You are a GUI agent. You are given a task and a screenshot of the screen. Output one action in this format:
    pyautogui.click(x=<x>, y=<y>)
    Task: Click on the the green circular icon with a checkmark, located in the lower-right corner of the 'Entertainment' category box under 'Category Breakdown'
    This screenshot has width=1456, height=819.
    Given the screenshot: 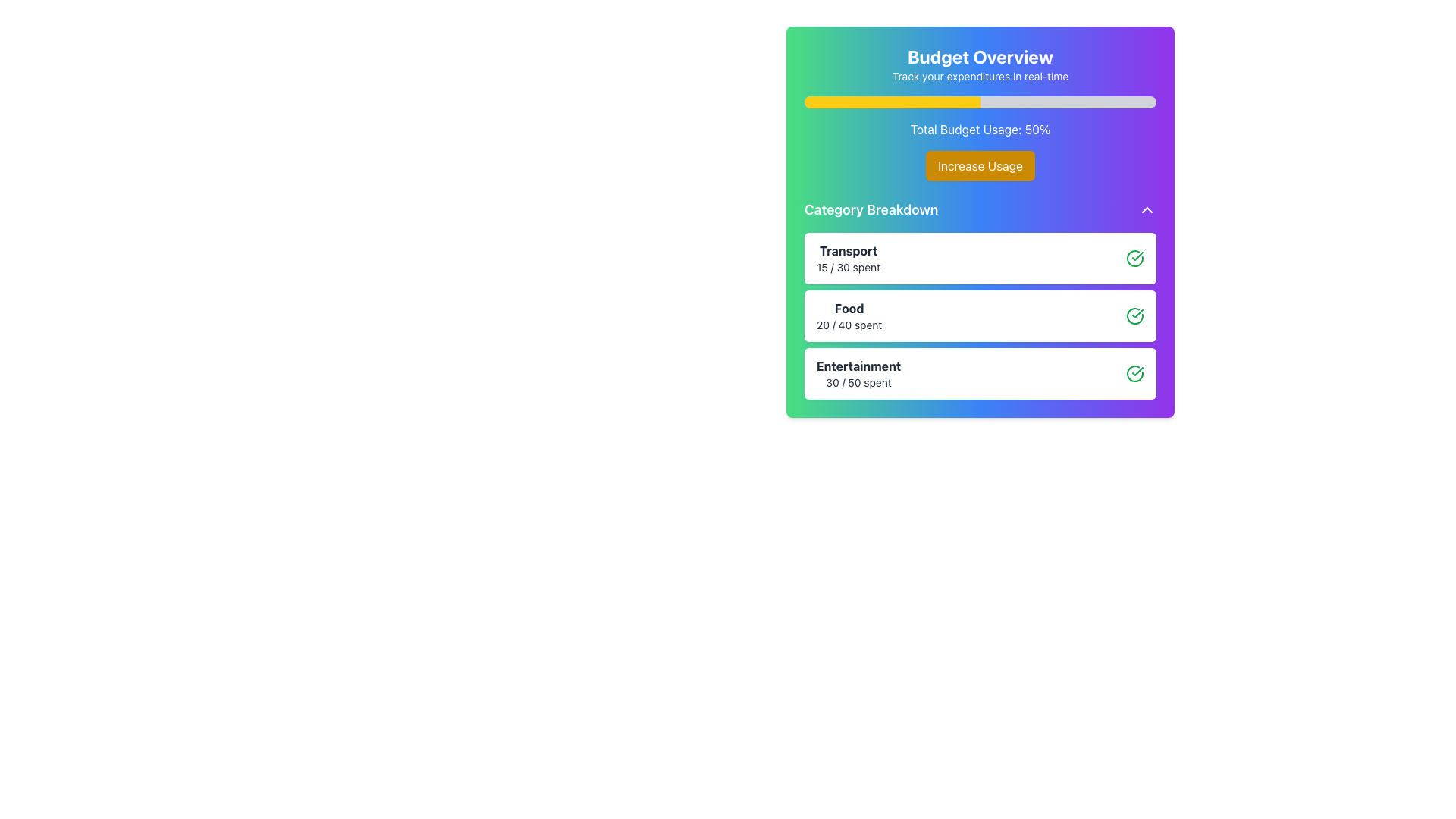 What is the action you would take?
    pyautogui.click(x=1135, y=374)
    